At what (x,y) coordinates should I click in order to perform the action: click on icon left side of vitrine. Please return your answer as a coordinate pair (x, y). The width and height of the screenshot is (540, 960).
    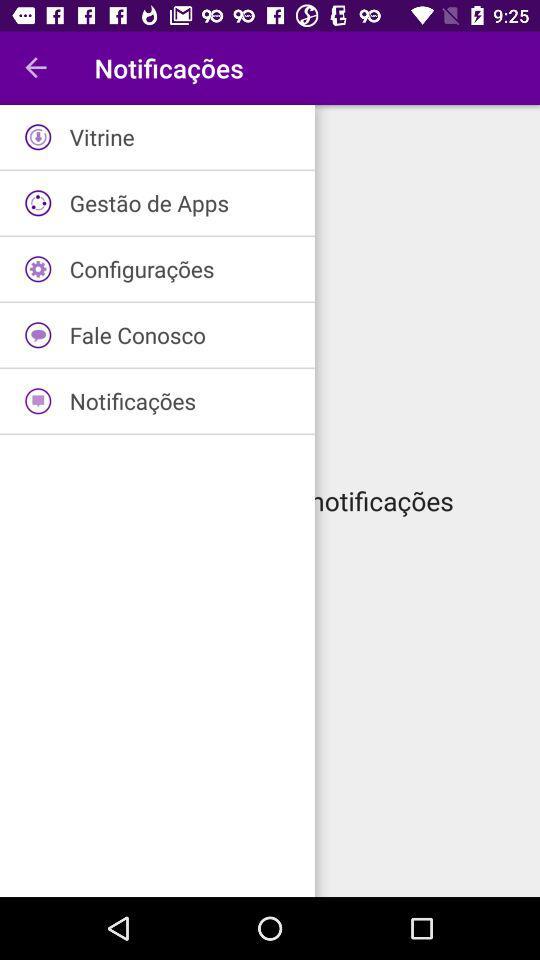
    Looking at the image, I should click on (38, 136).